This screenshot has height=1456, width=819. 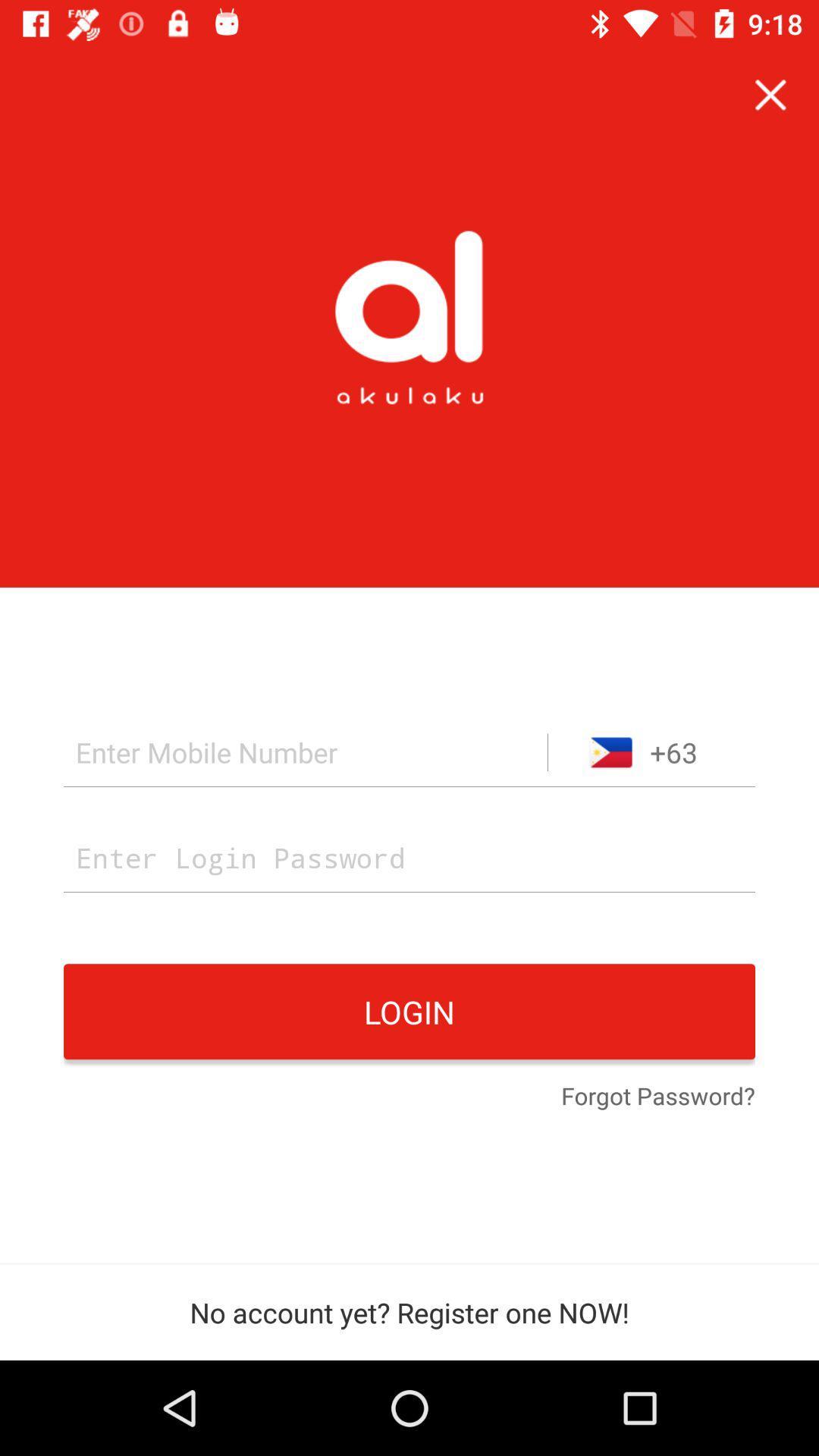 What do you see at coordinates (771, 94) in the screenshot?
I see `the item at the top right corner` at bounding box center [771, 94].